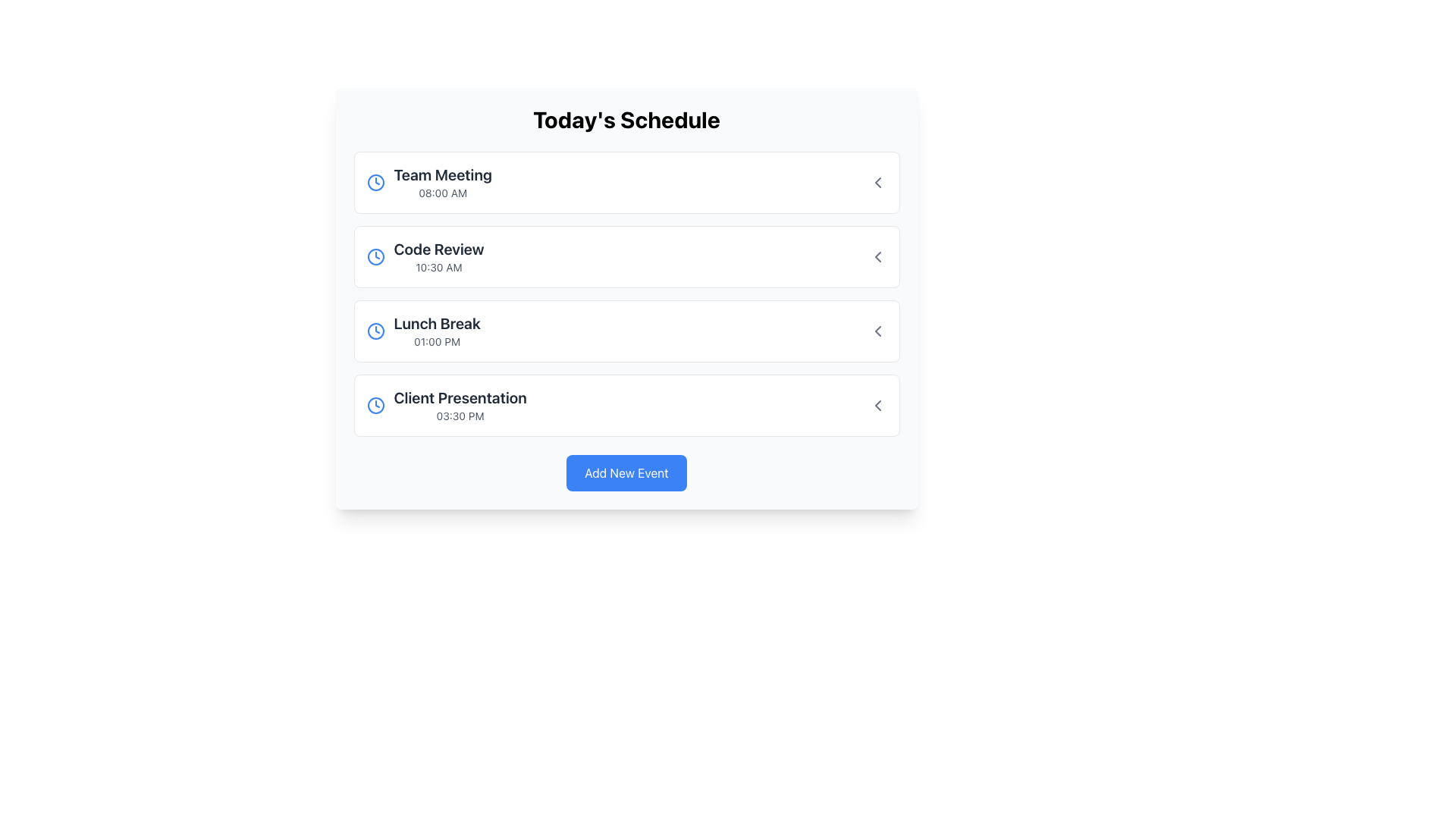  Describe the element at coordinates (626, 119) in the screenshot. I see `text displayed in the bold header that says 'Today's Schedule', which is centrally aligned at the top of the schedule card` at that location.